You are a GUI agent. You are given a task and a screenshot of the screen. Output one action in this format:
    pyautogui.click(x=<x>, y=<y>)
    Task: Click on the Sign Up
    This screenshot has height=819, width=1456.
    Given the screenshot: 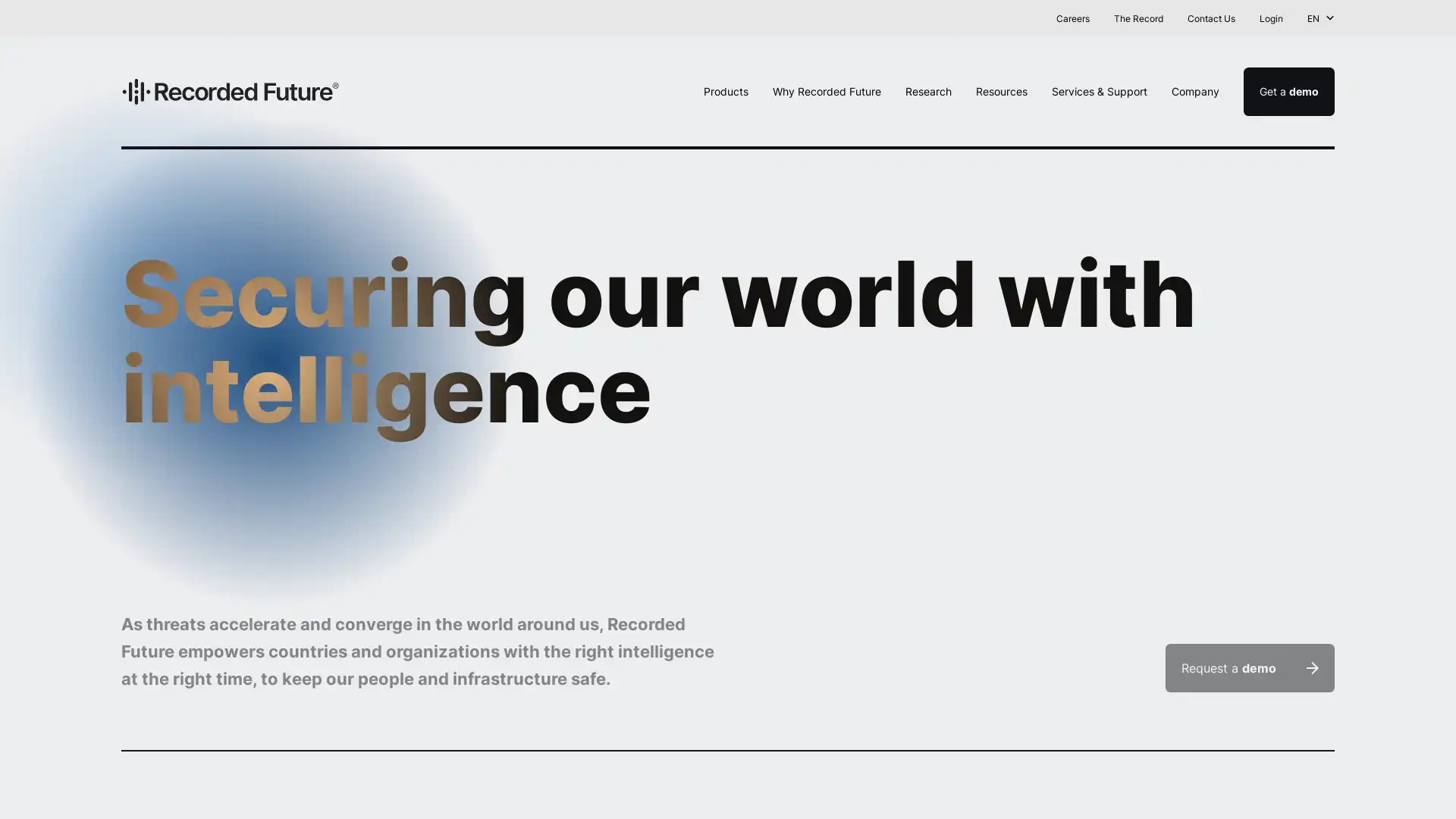 What is the action you would take?
    pyautogui.click(x=914, y=17)
    